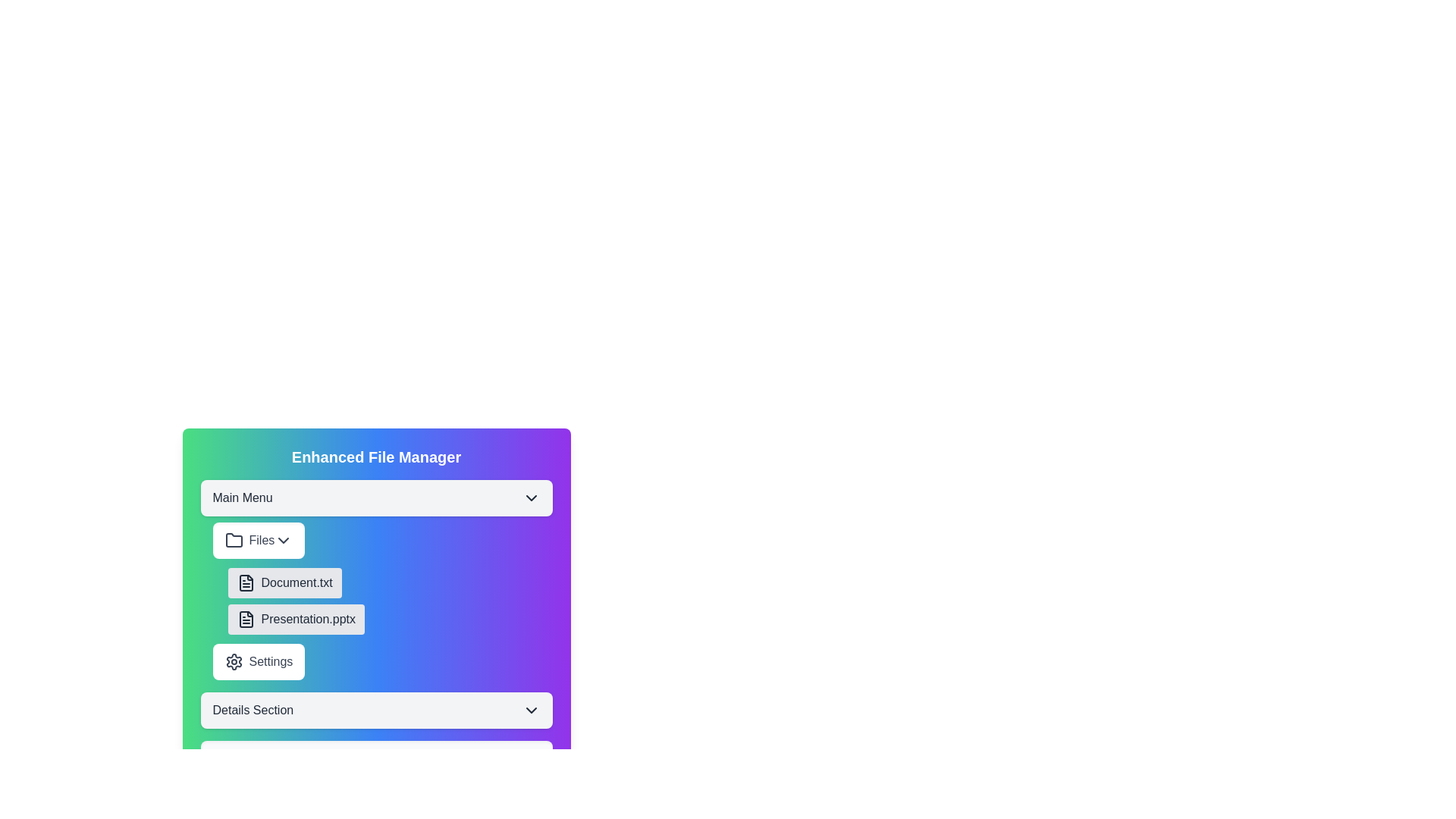  I want to click on the navigation button located underneath the 'Presentation.pptx' item in the vertically arranged list, so click(259, 661).